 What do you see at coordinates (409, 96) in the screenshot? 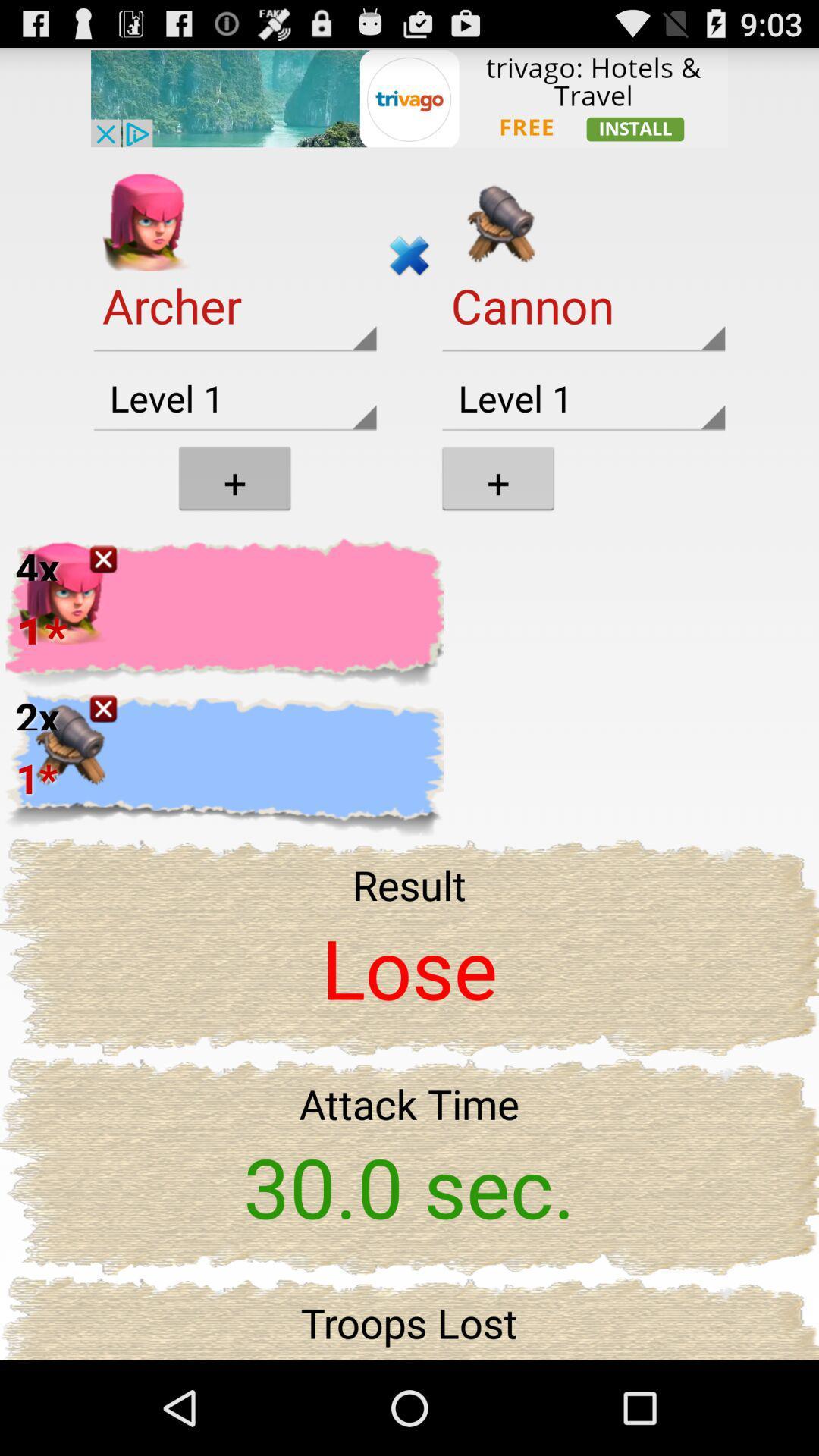
I see `the trivago website` at bounding box center [409, 96].